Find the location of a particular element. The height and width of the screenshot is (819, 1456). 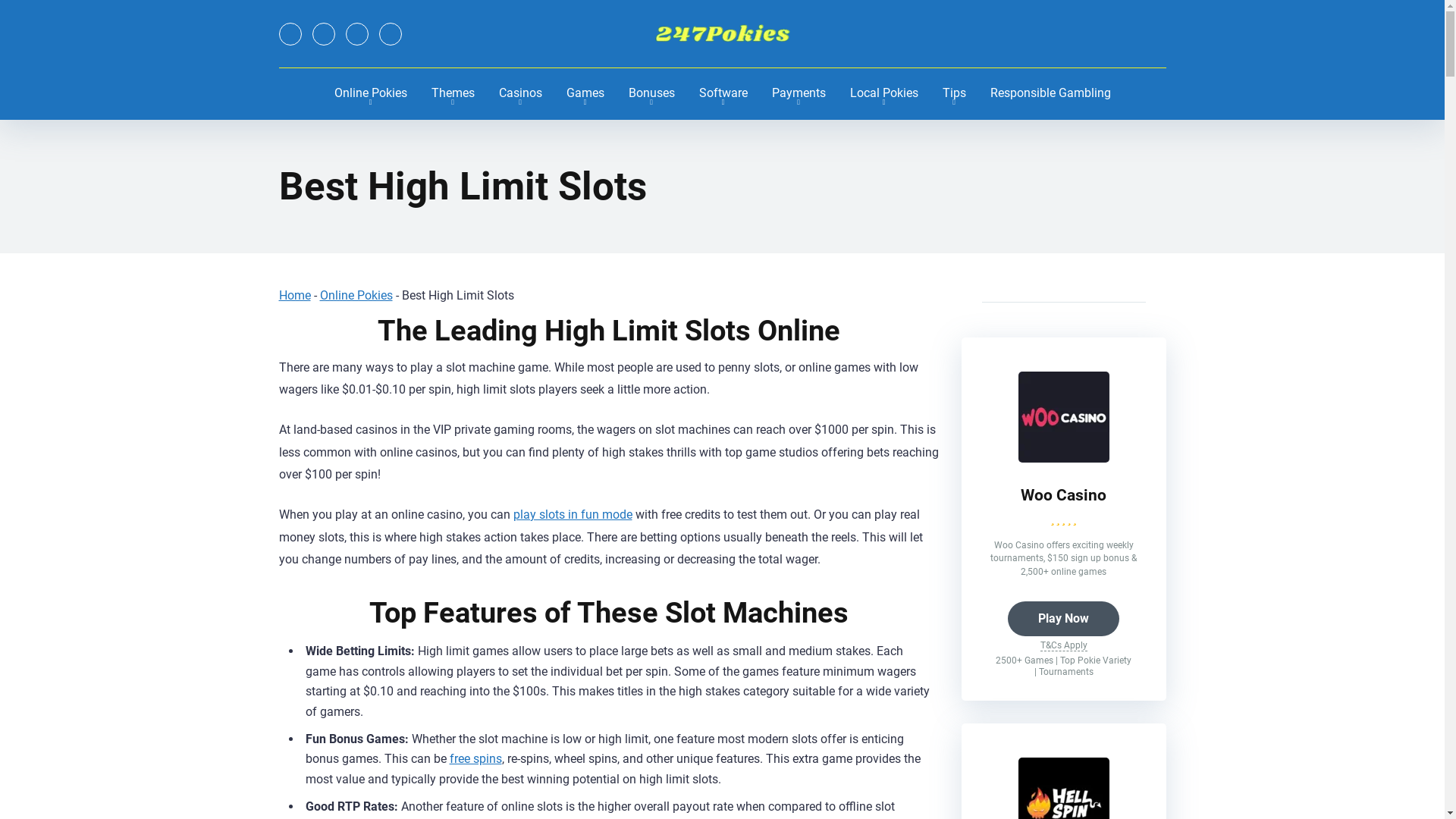

'247Pokies' is located at coordinates (651, 34).